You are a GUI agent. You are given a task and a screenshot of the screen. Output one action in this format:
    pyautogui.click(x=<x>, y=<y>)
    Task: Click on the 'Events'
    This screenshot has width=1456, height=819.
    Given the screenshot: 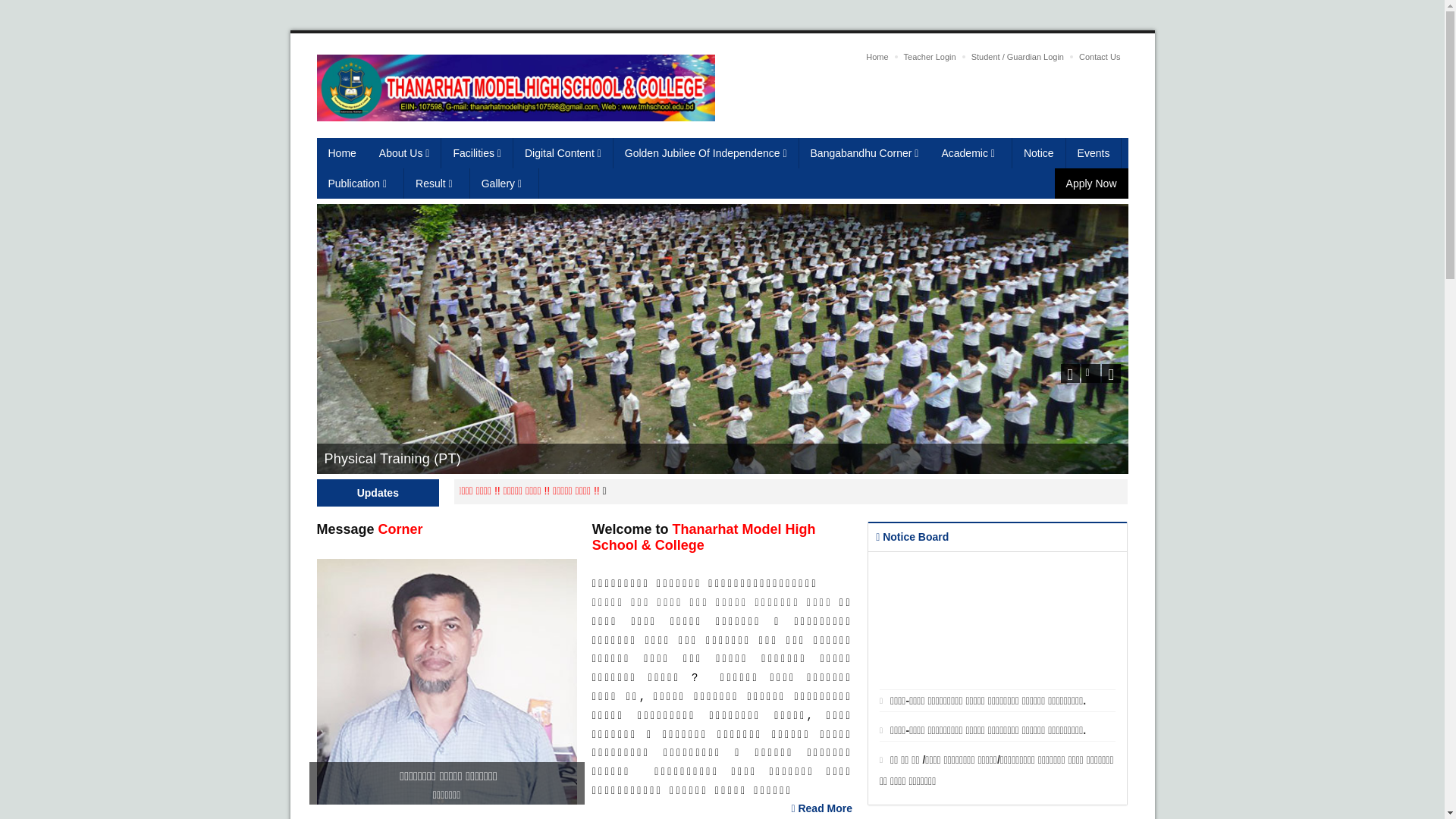 What is the action you would take?
    pyautogui.click(x=1094, y=152)
    